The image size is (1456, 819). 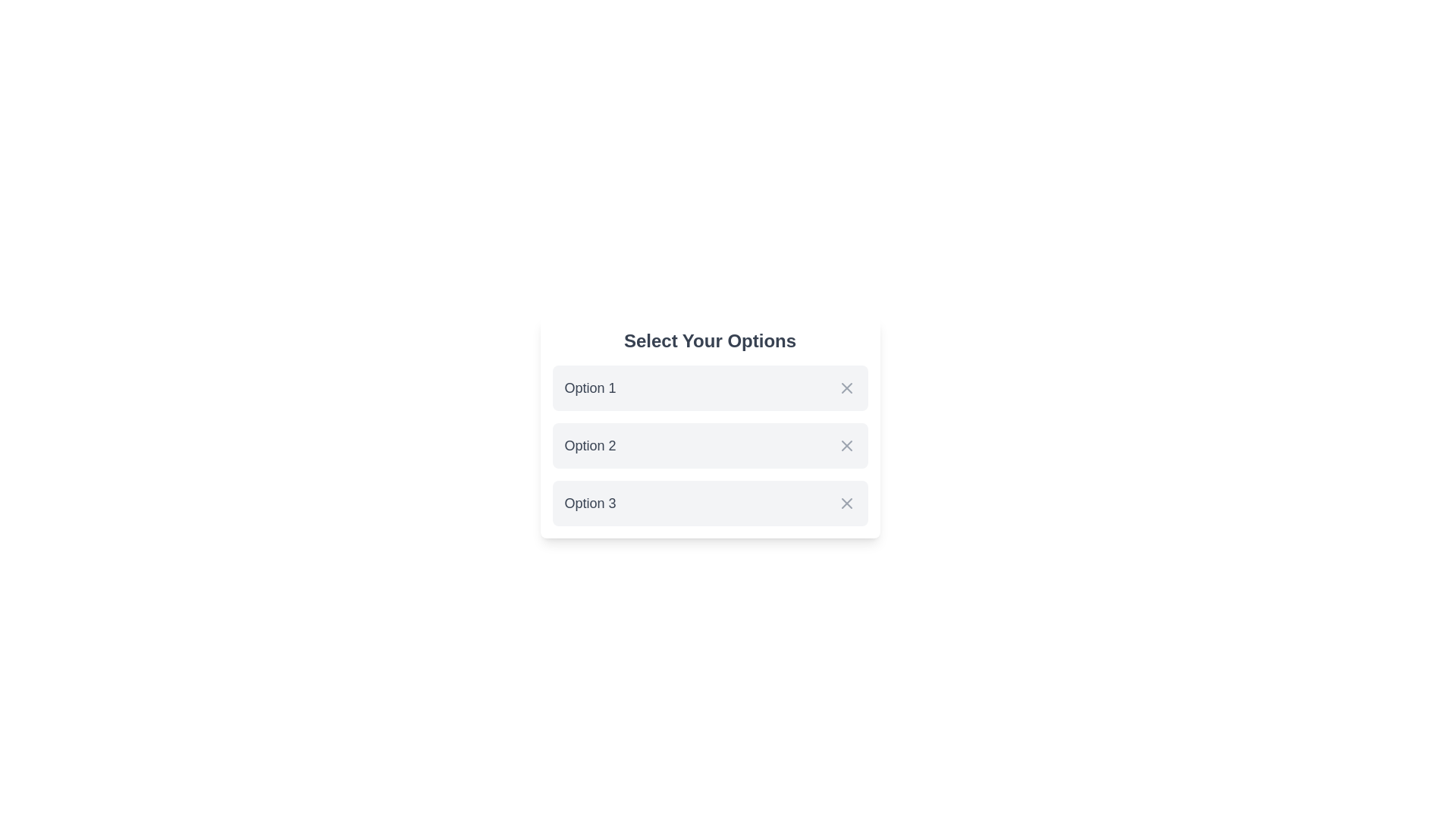 I want to click on the delete icon button located at the top-right of the list item representing 'Option 1', so click(x=846, y=388).